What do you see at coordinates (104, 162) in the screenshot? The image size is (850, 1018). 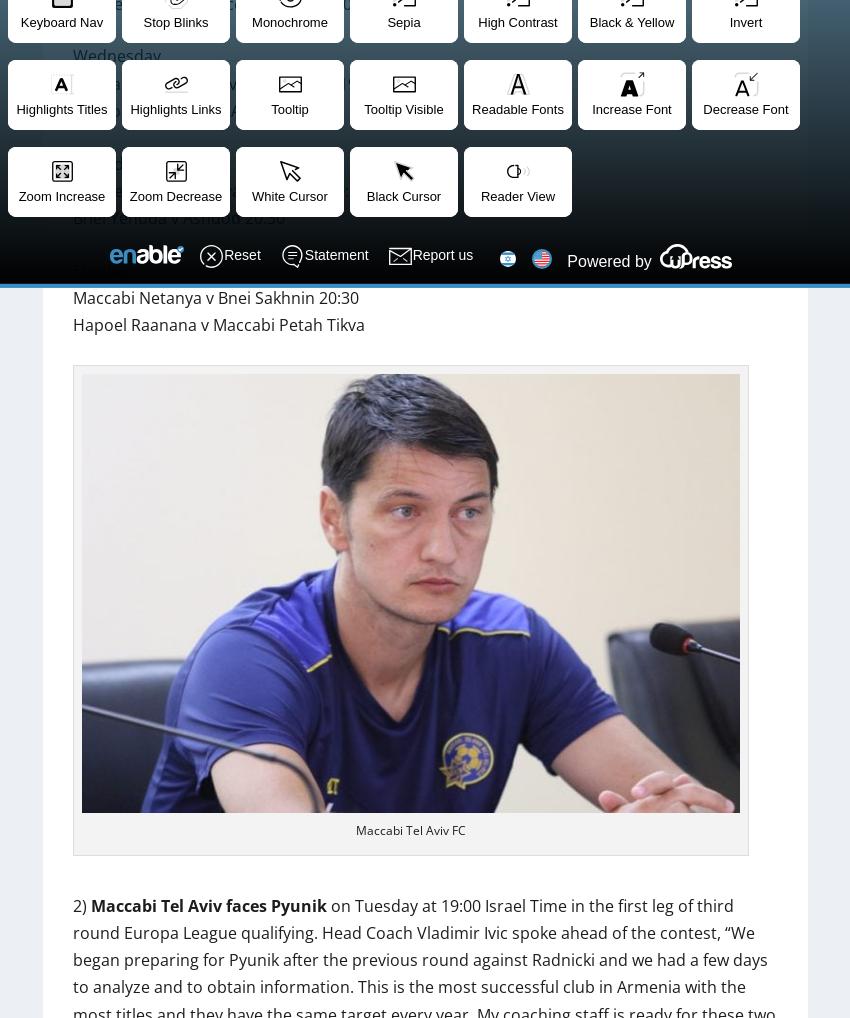 I see `'Saturday'` at bounding box center [104, 162].